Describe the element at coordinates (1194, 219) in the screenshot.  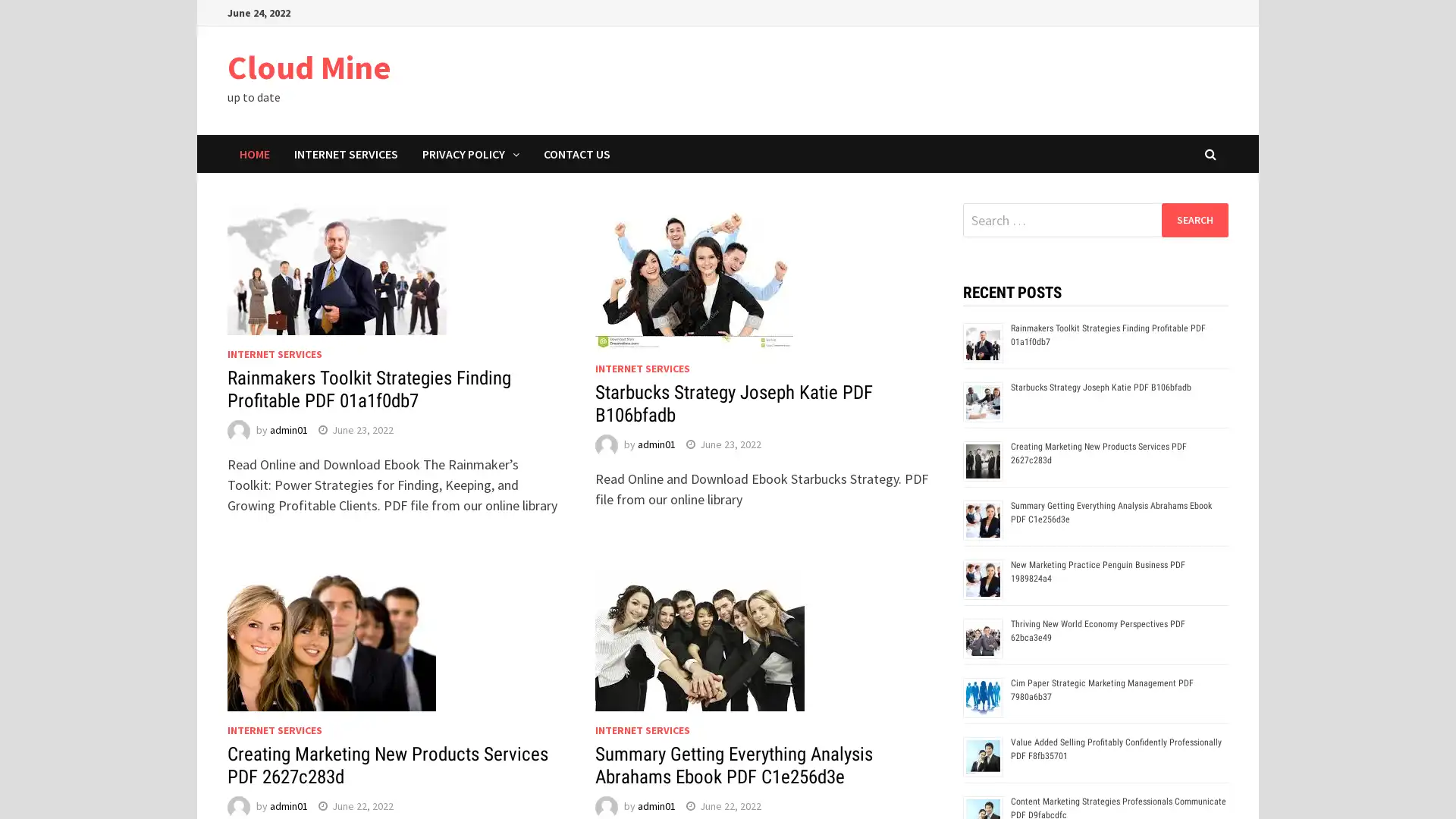
I see `Search` at that location.